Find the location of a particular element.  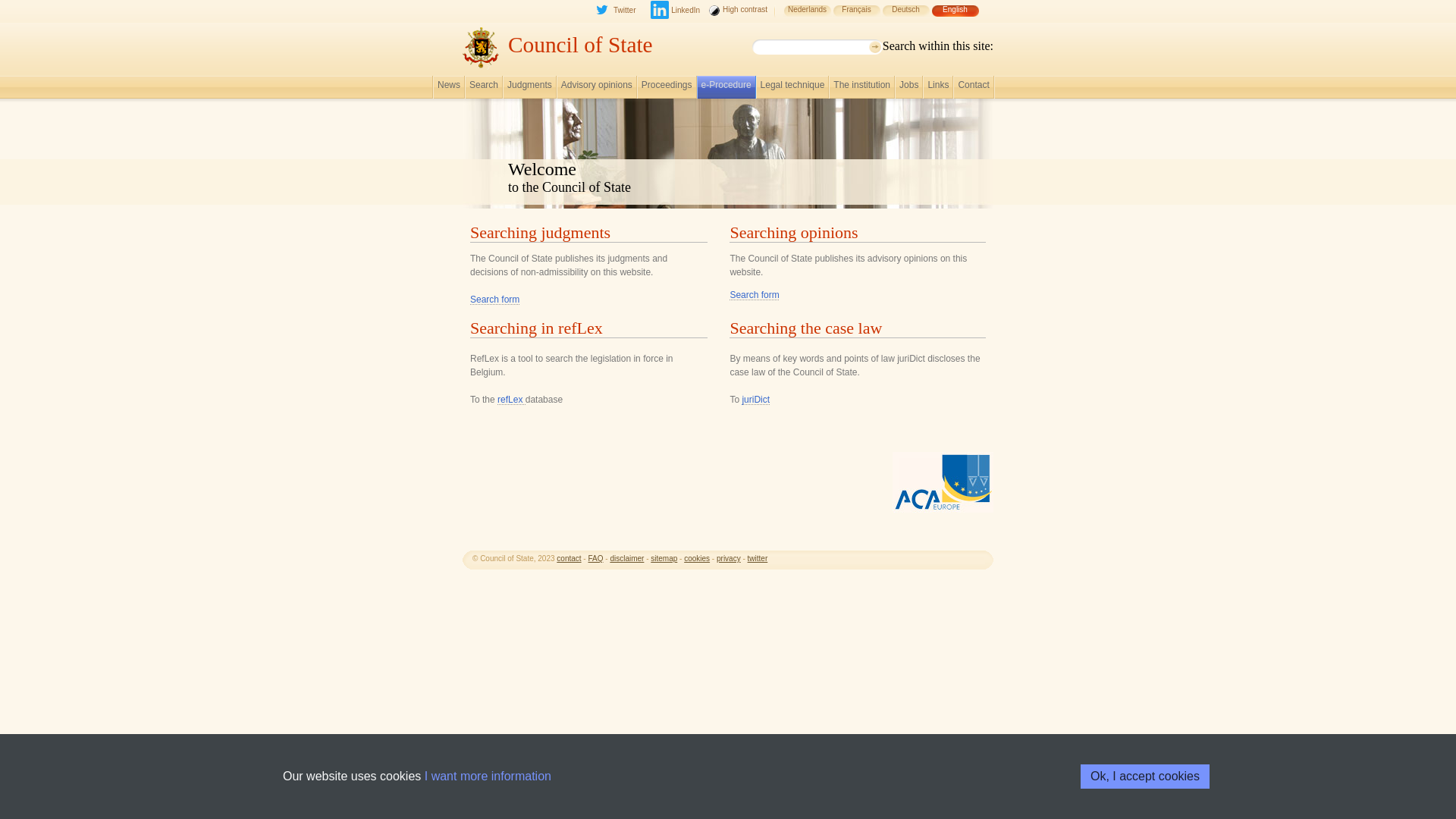

'Proceedings' is located at coordinates (667, 89).